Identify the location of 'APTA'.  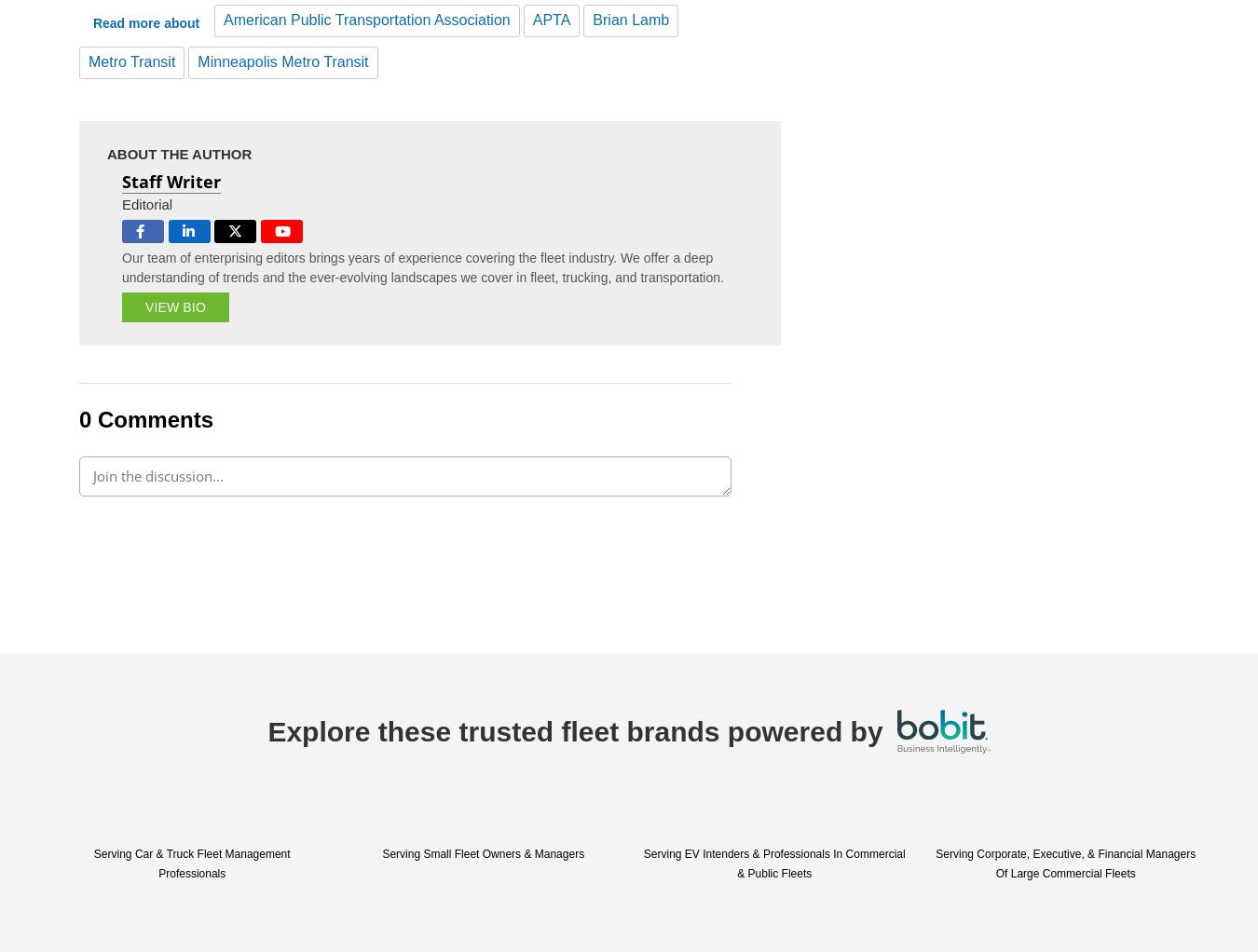
(551, 18).